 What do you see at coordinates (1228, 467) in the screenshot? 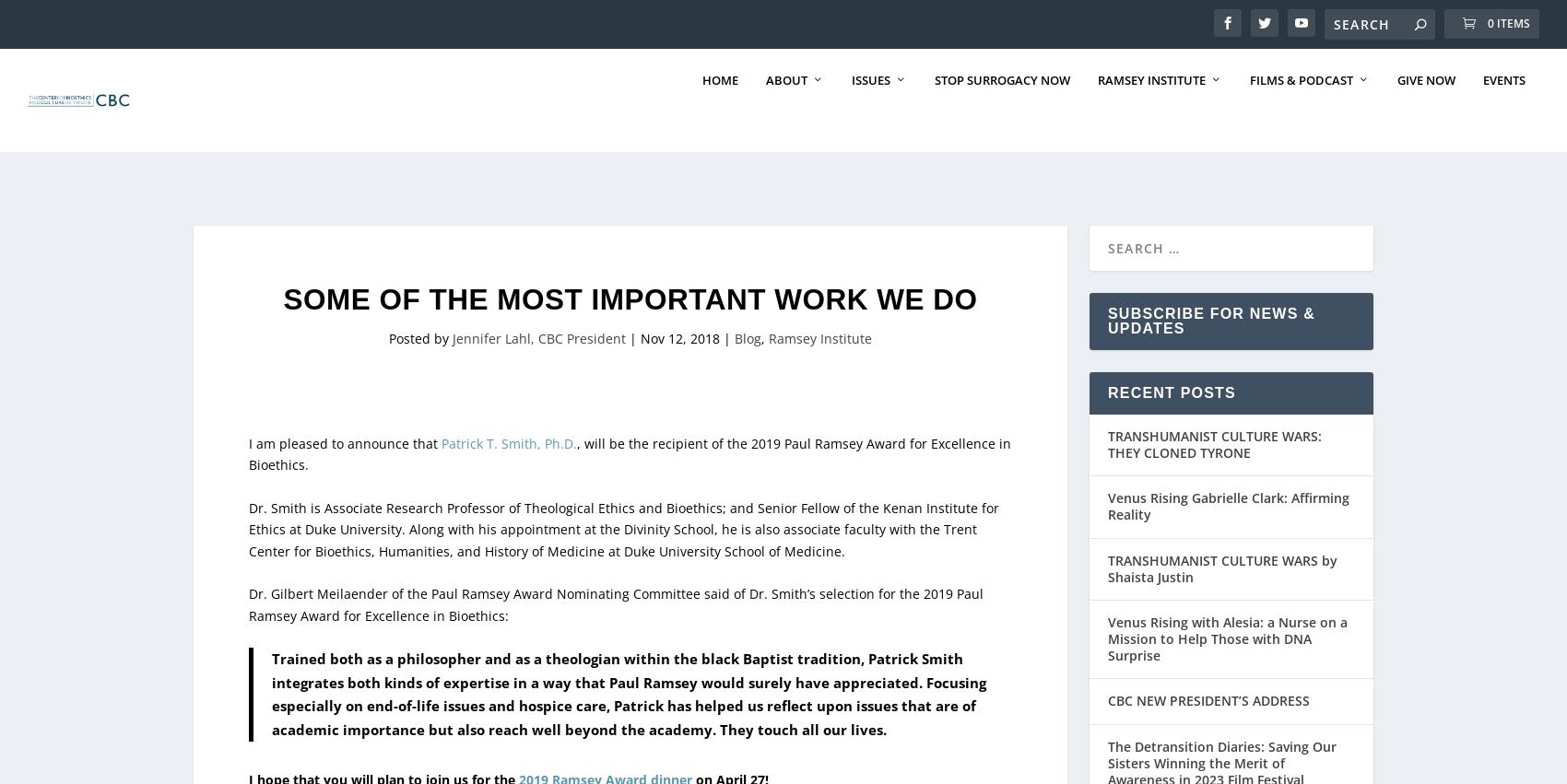
I see `'Venus Rising Gabrielle Clark: Affirming Reality'` at bounding box center [1228, 467].